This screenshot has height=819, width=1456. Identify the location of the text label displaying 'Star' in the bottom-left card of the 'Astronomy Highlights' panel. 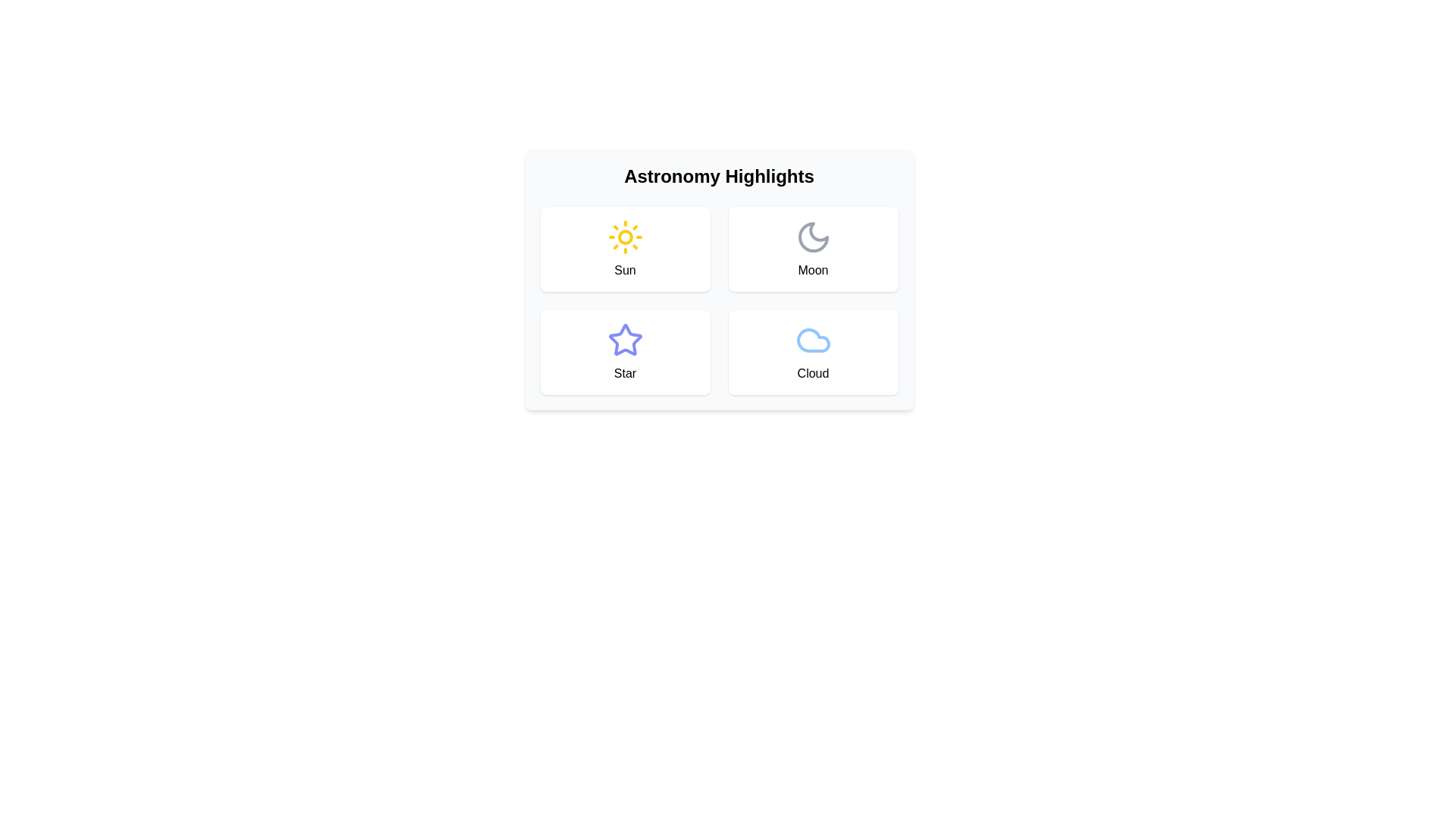
(625, 374).